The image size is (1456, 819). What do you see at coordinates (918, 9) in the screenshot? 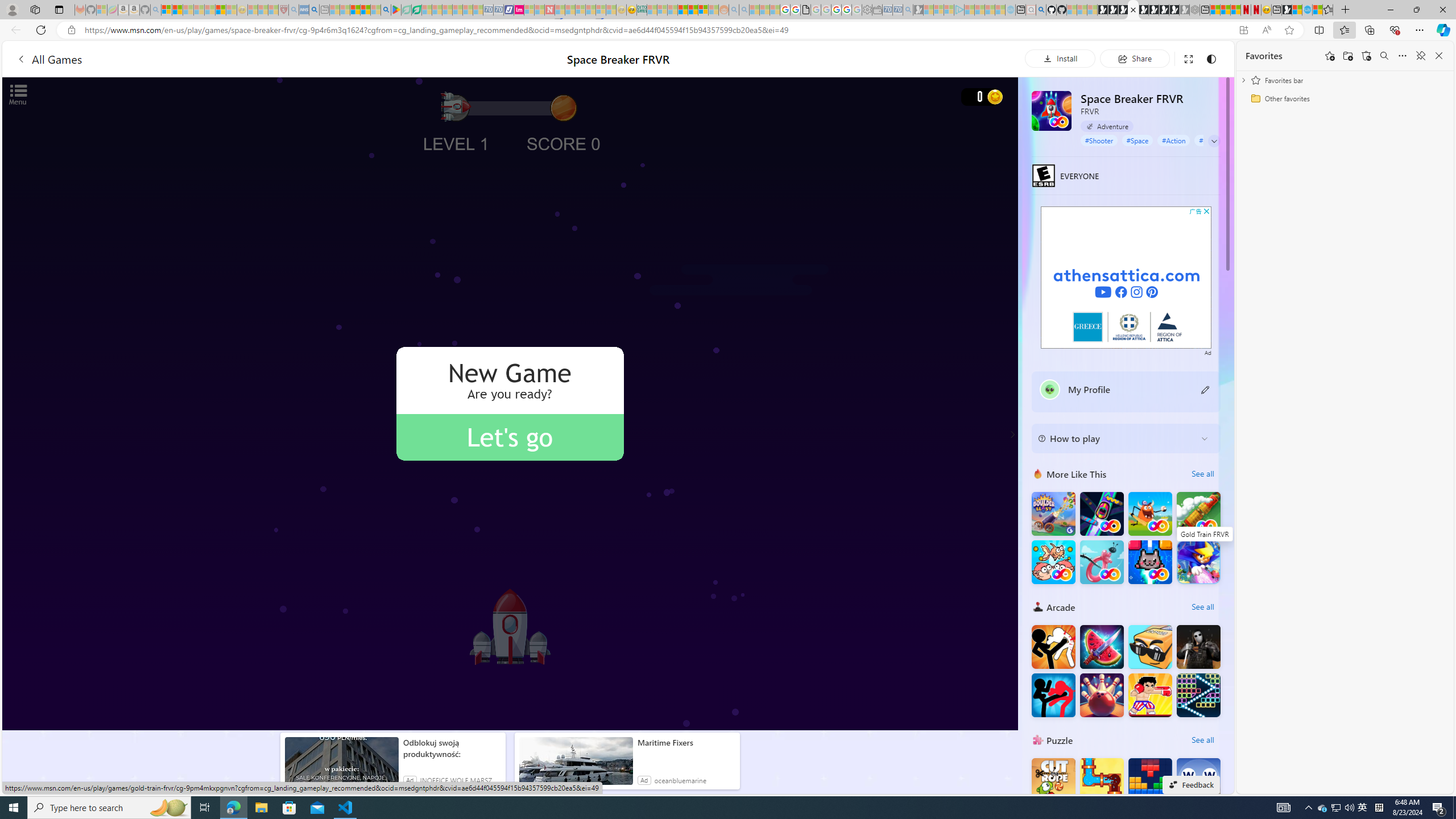
I see `'Microsoft Start Gaming - Sleeping'` at bounding box center [918, 9].